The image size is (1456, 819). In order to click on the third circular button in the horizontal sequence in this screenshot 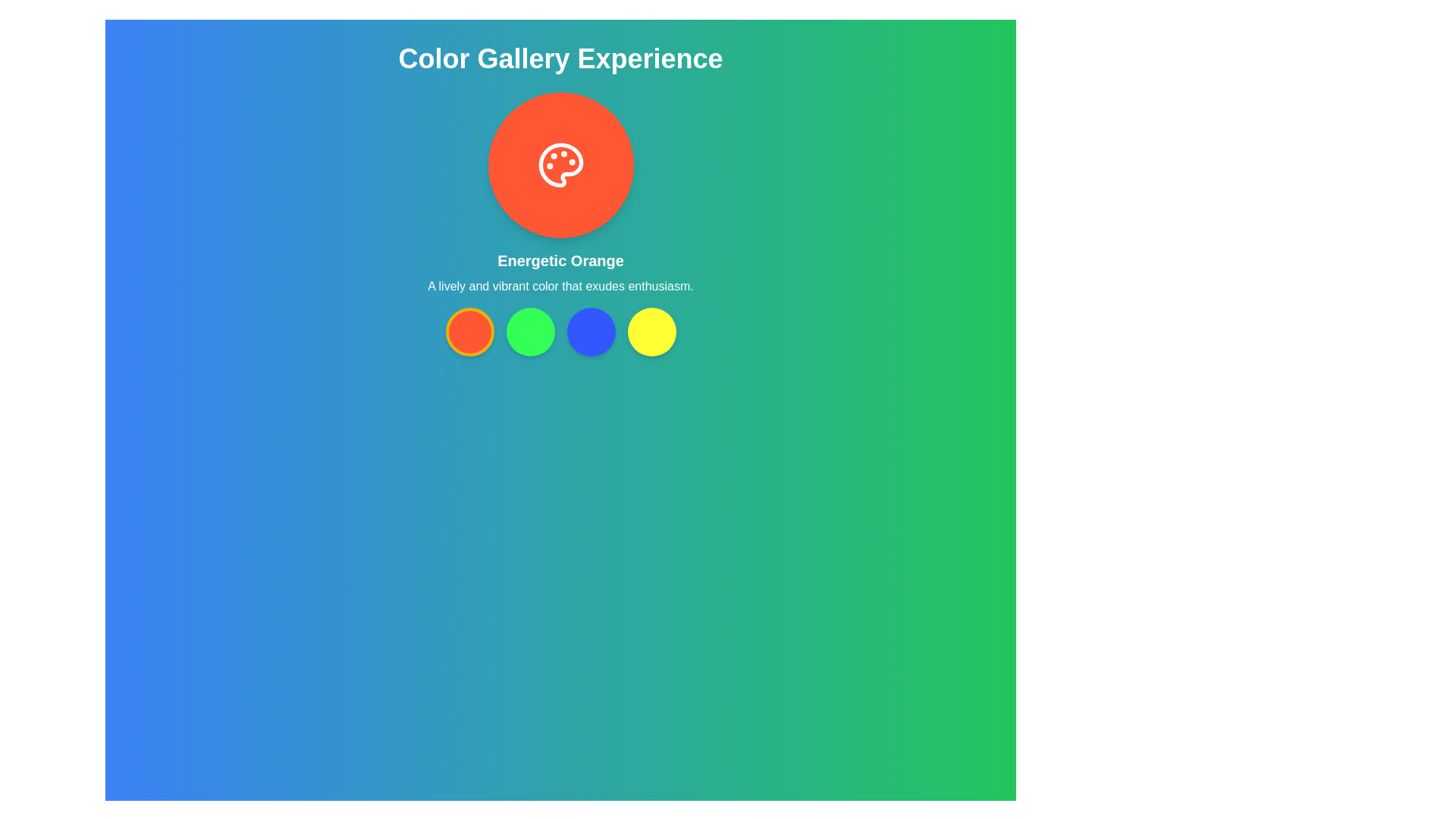, I will do `click(590, 331)`.